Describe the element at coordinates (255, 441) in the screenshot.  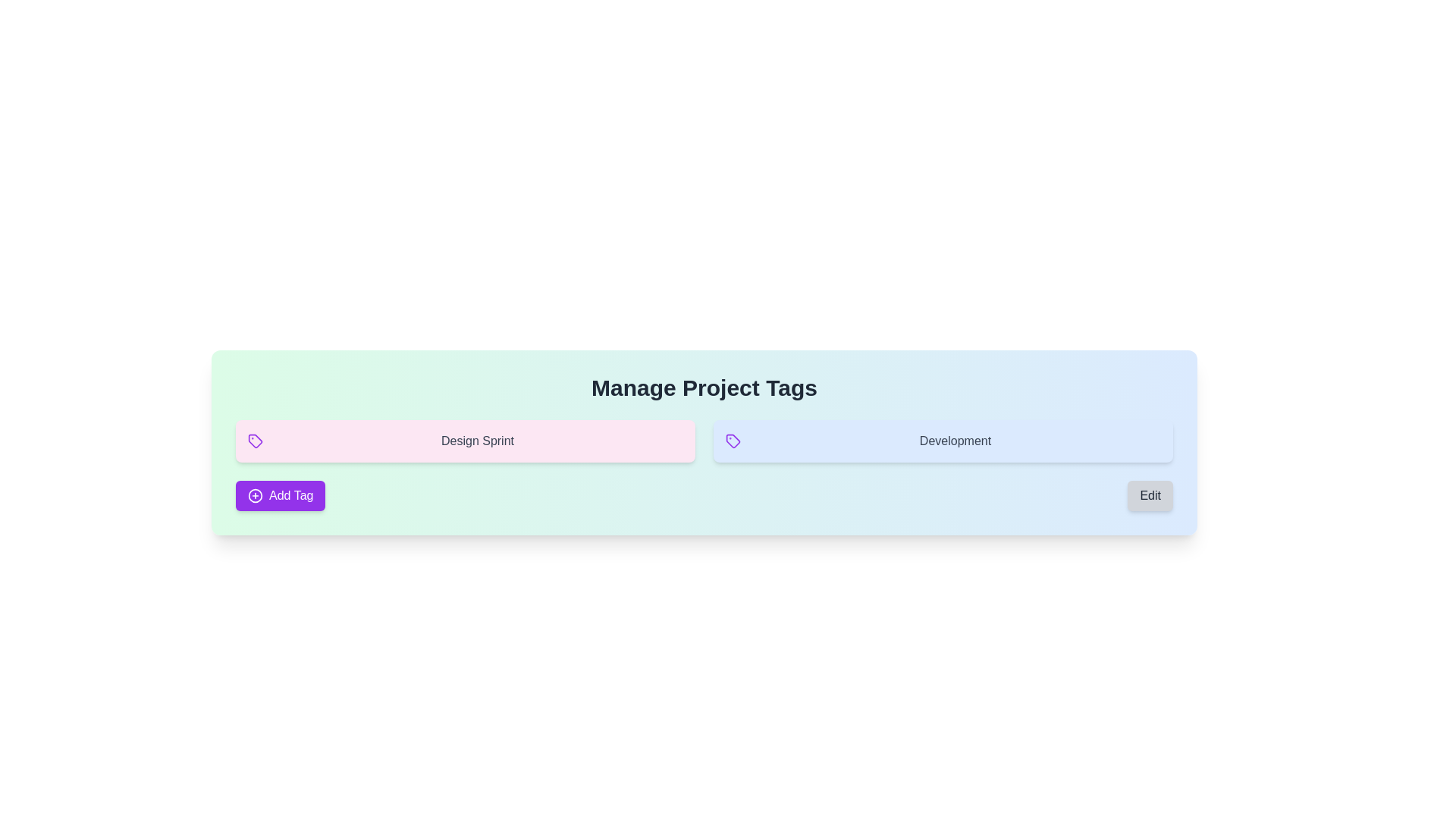
I see `the purple tag icon located to the left of the text 'Design Sprint' within the pink background section` at that location.